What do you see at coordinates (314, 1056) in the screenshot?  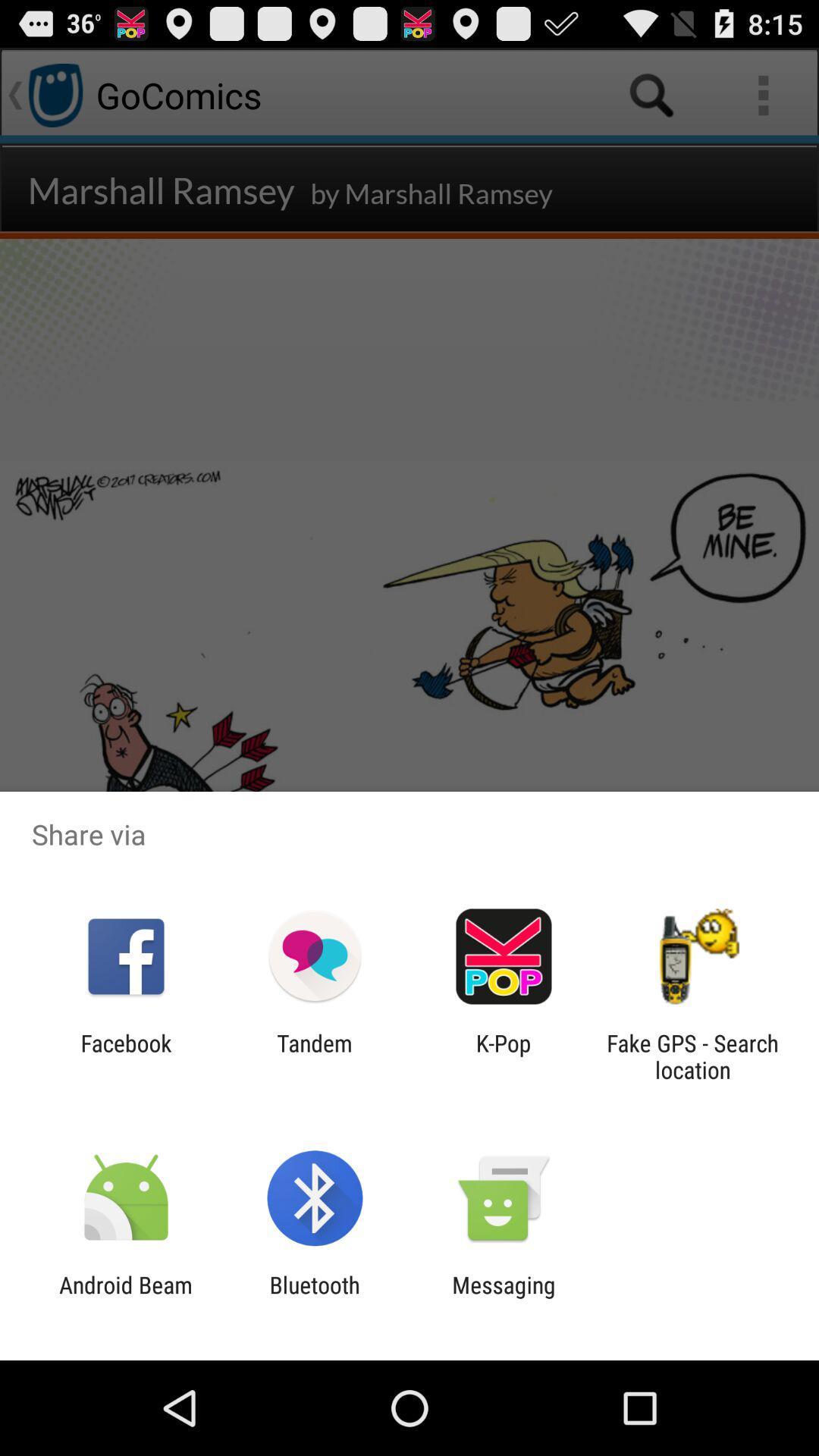 I see `tandem icon` at bounding box center [314, 1056].